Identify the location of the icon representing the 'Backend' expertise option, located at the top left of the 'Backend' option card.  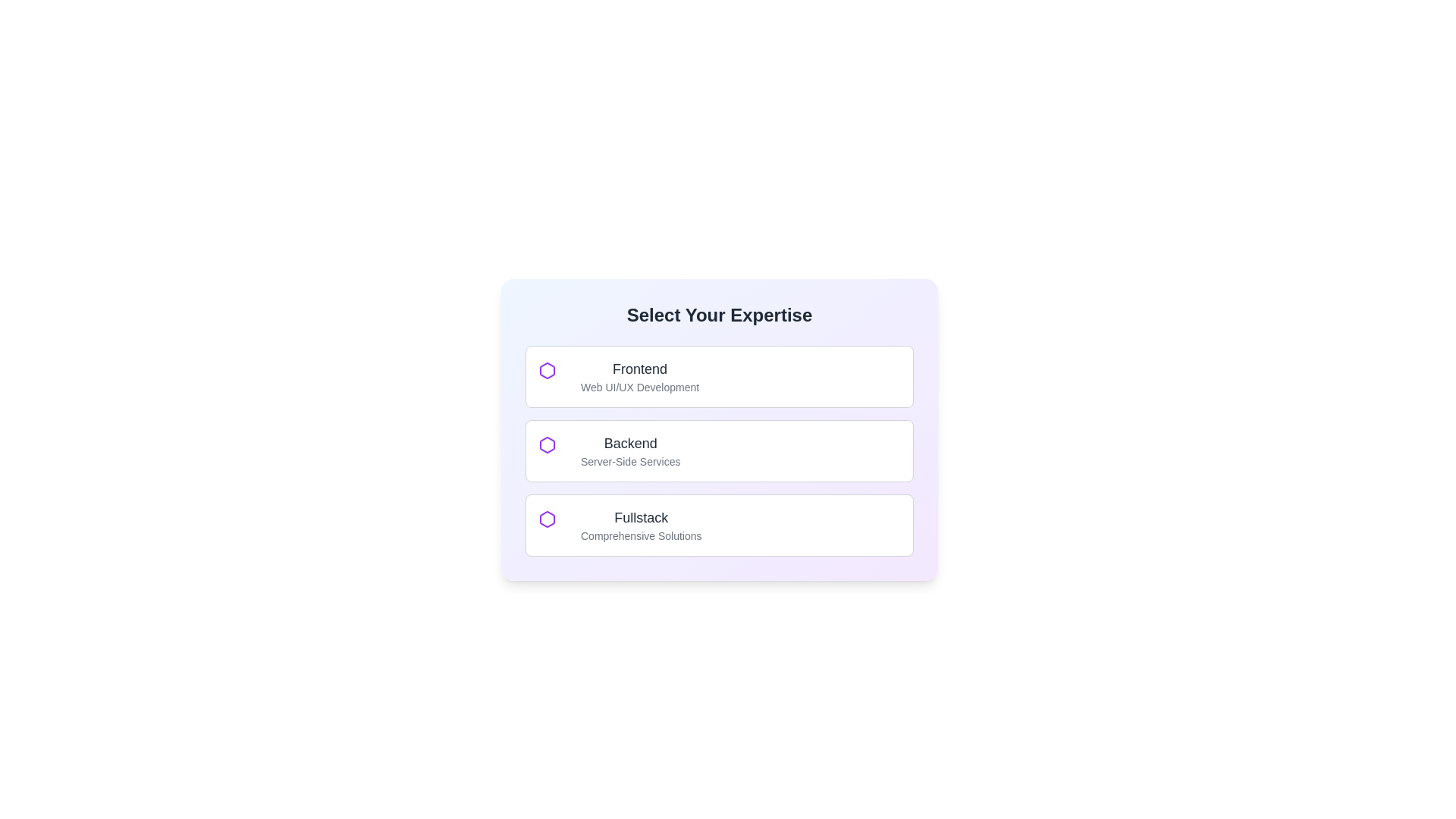
(552, 450).